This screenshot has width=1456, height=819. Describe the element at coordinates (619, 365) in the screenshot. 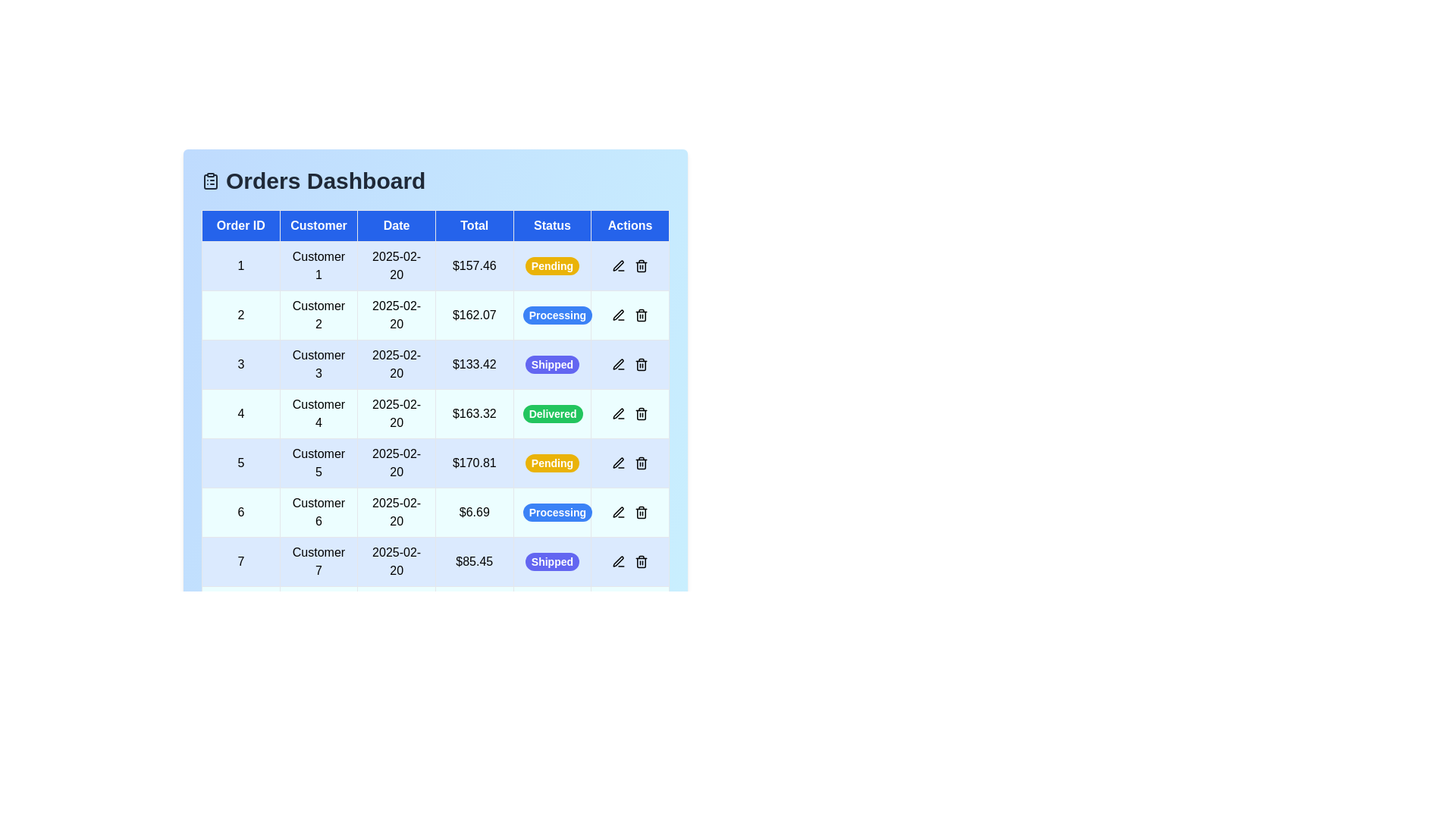

I see `the edit icon in the 'Actions' column for the order with ID 3` at that location.